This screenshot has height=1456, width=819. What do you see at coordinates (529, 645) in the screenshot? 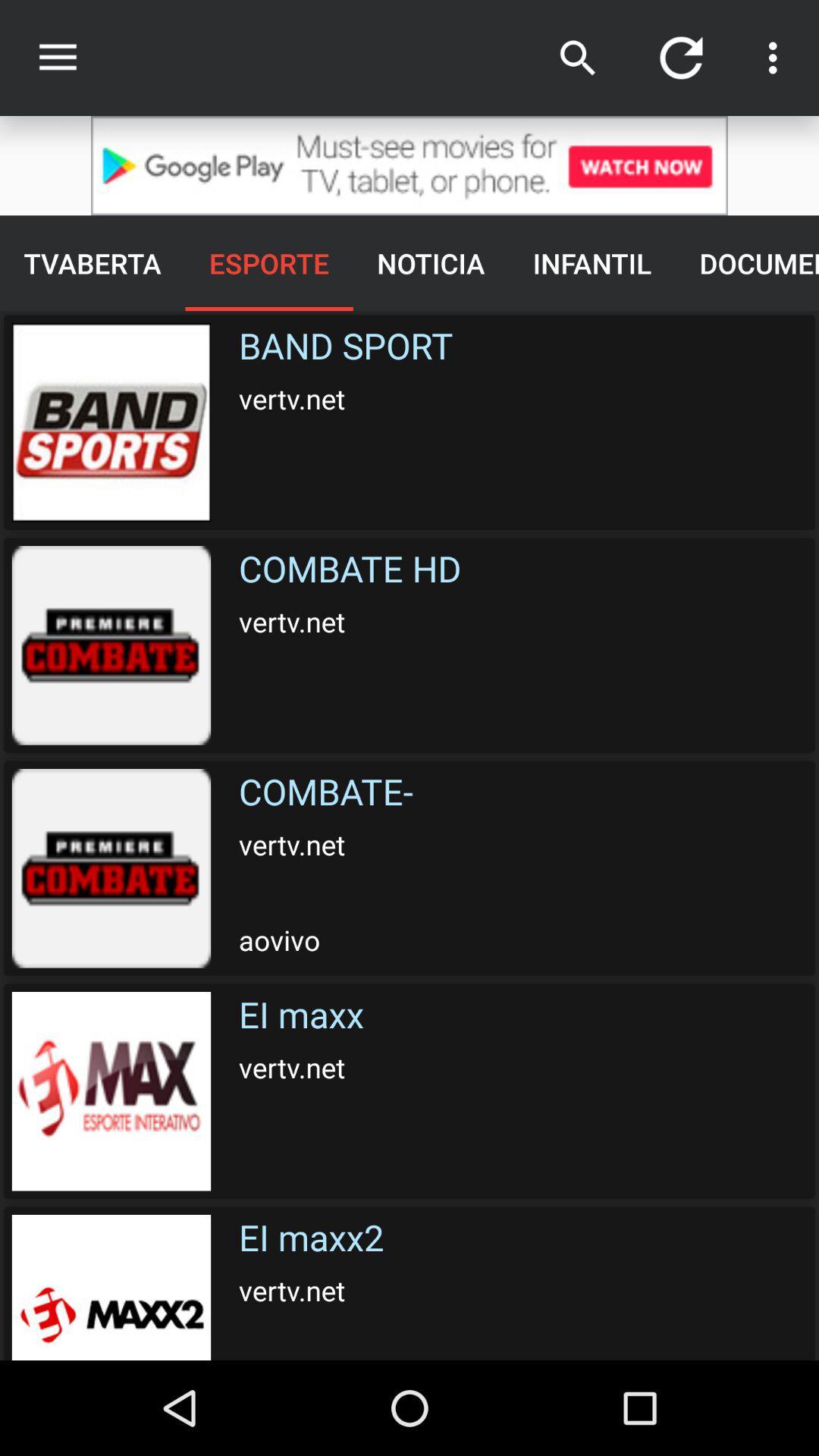
I see `the text below band sport` at bounding box center [529, 645].